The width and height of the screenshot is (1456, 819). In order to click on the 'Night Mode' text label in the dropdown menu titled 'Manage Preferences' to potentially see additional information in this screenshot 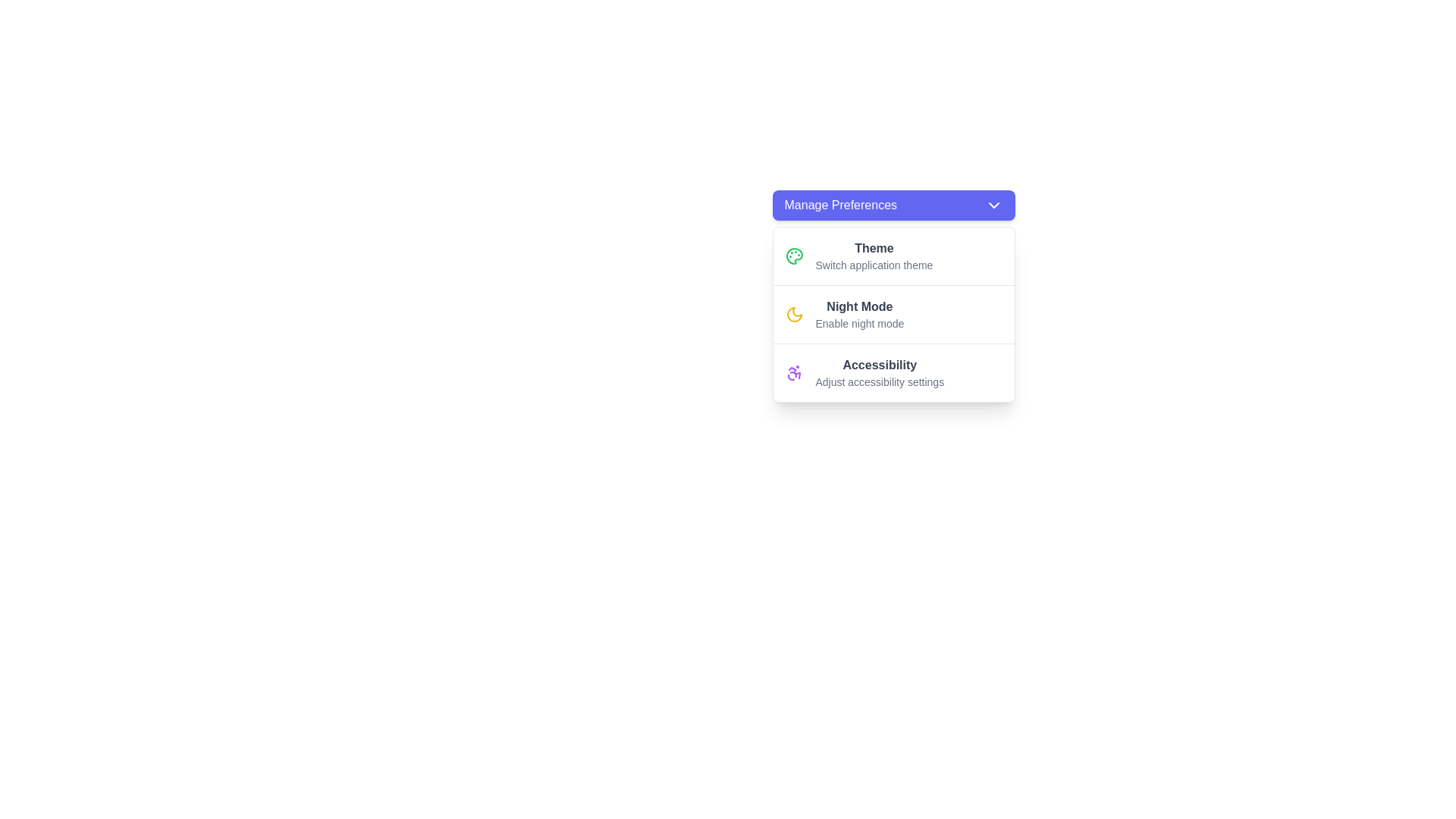, I will do `click(859, 314)`.